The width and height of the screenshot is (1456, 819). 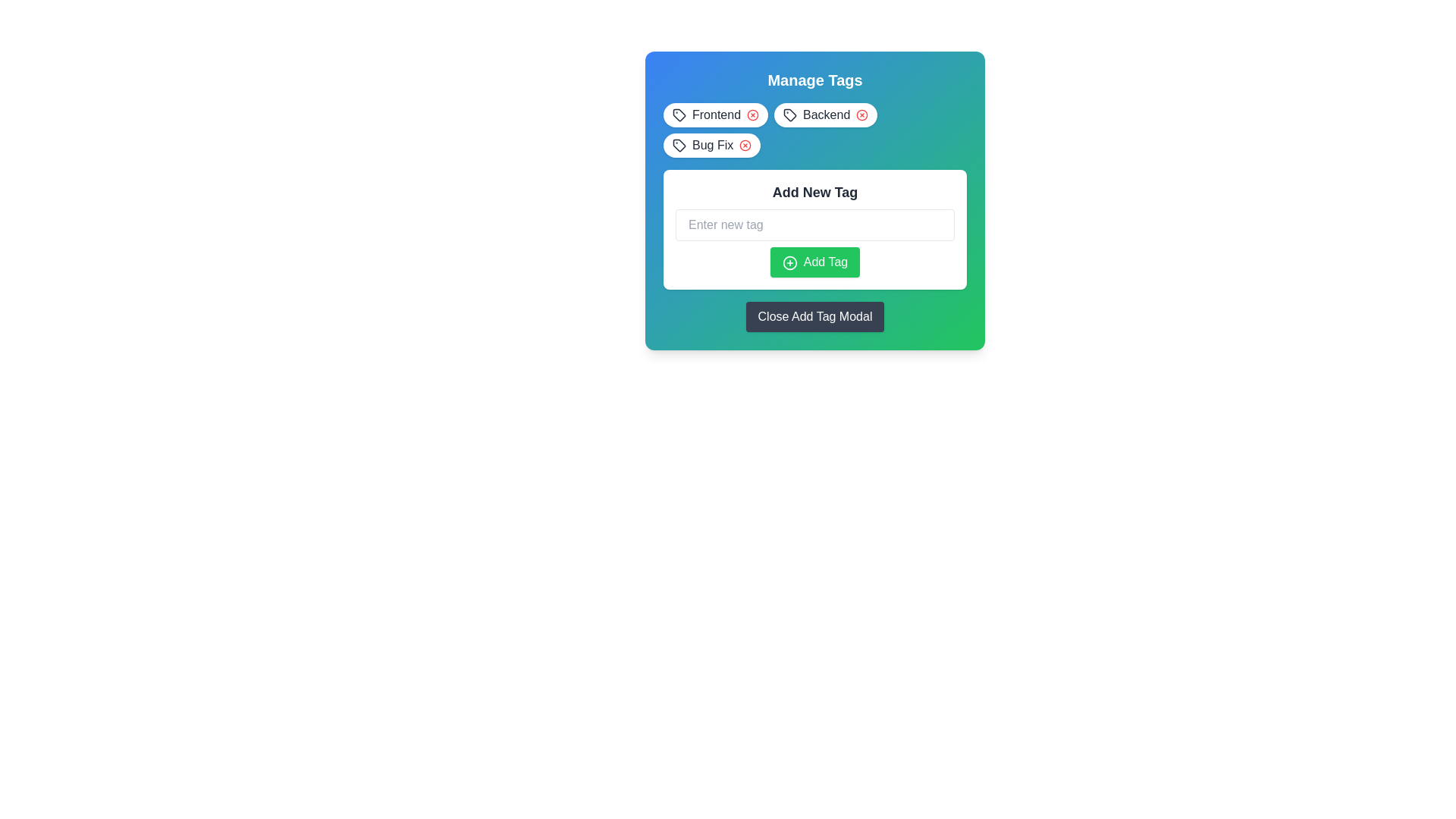 I want to click on the red circular graphic element of the close button located in the right area of the 'Frontend' tag, so click(x=753, y=114).